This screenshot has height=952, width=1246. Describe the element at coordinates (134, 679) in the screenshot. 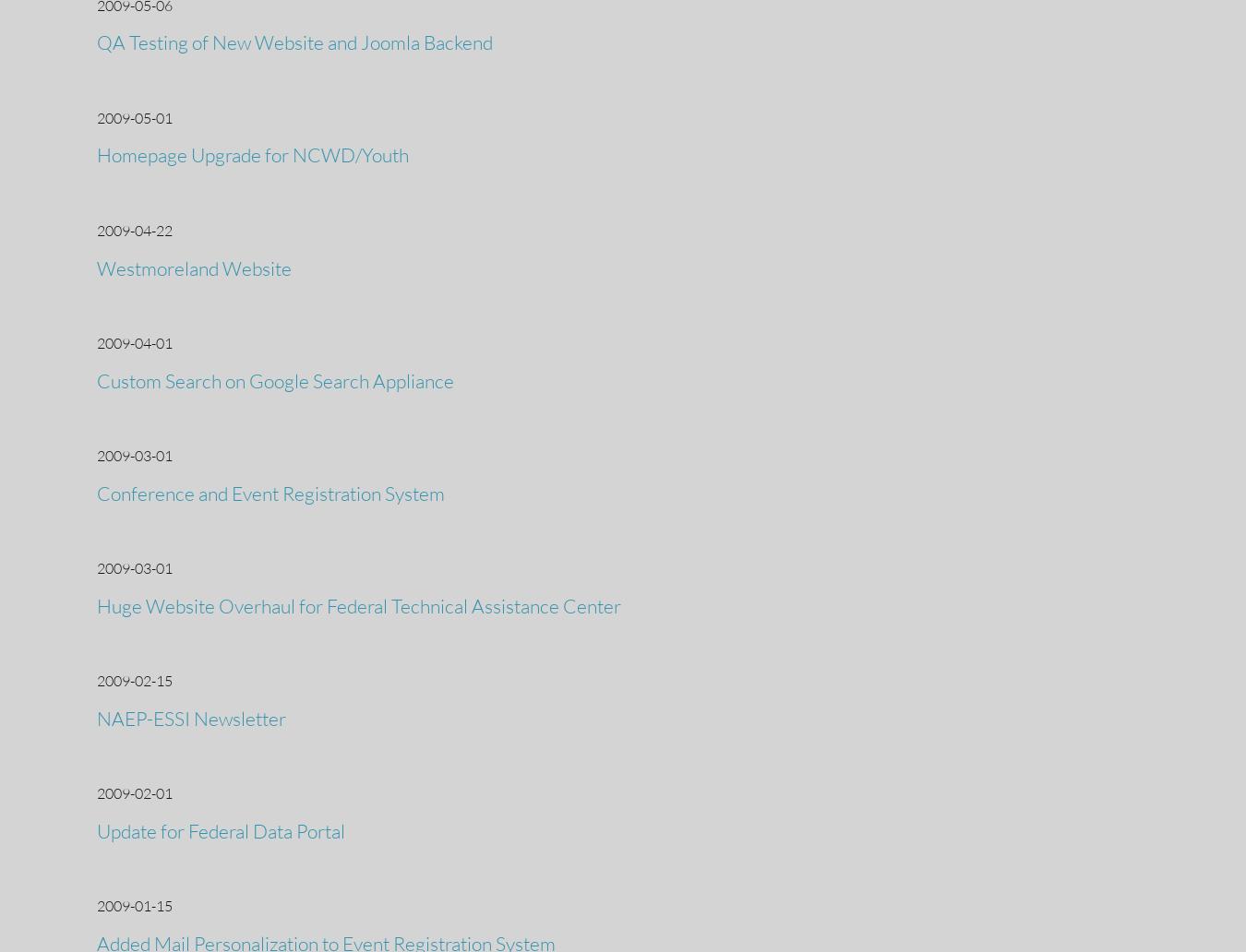

I see `'2009-02-15'` at that location.